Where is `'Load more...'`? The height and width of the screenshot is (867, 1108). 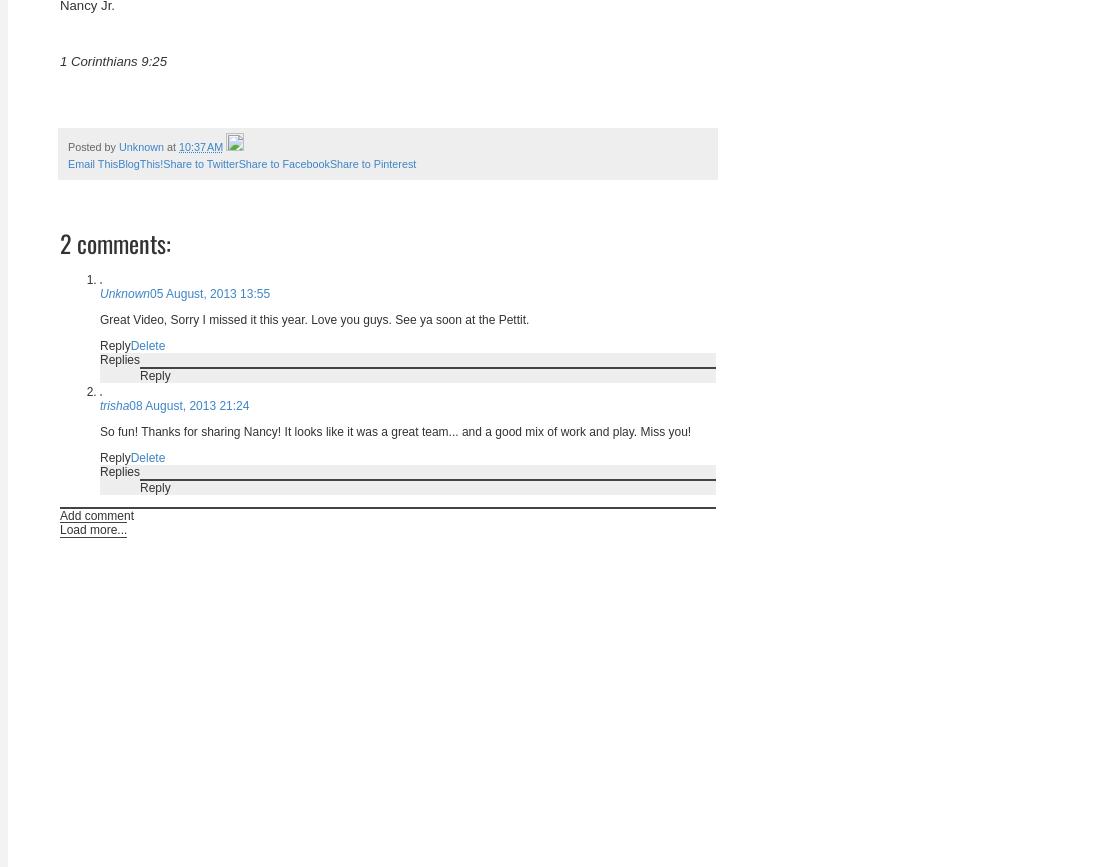 'Load more...' is located at coordinates (93, 527).